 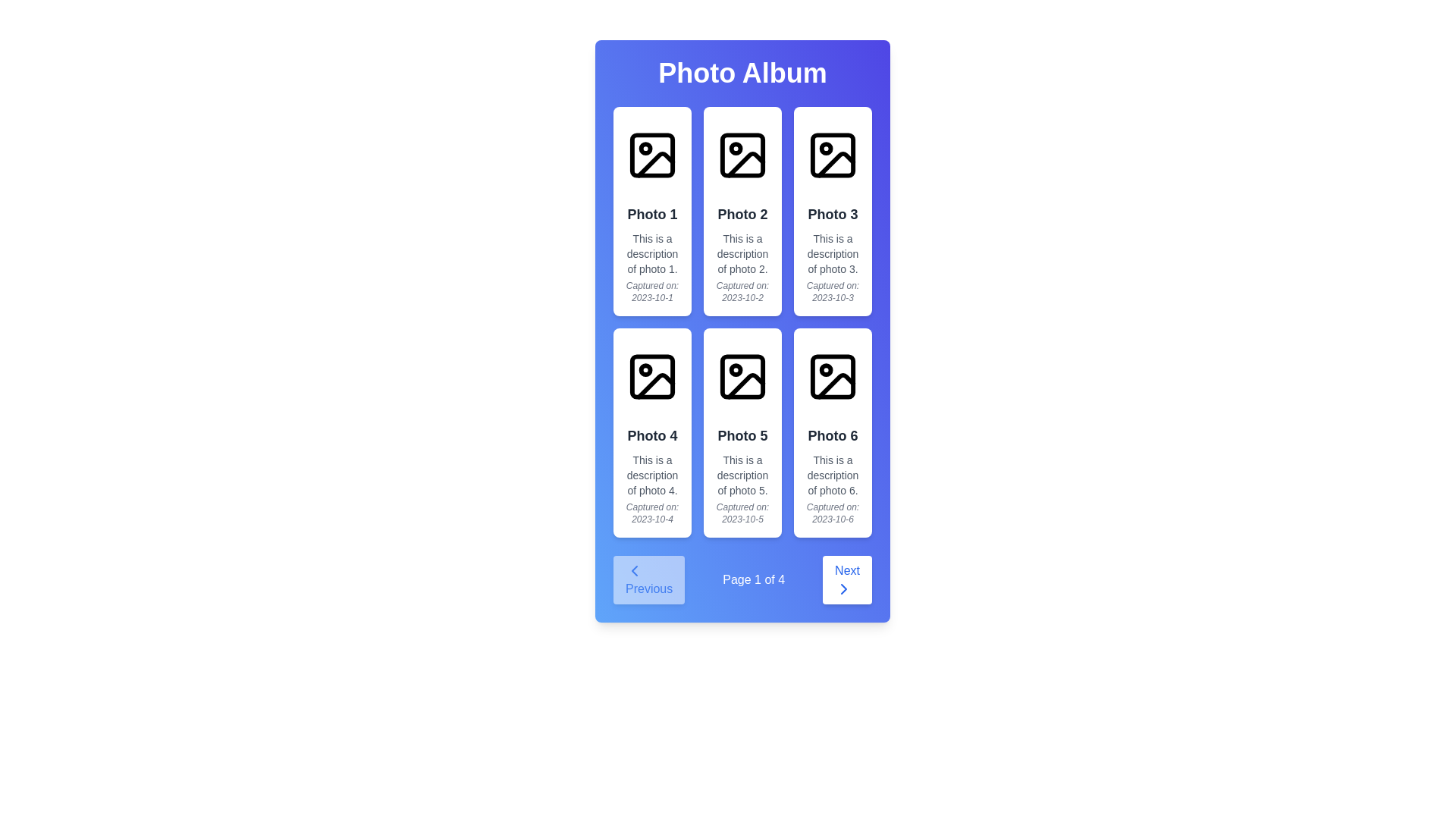 I want to click on the small circular graphic located in the upper left corner of the 'Photo 5' thumbnail icon, so click(x=736, y=370).